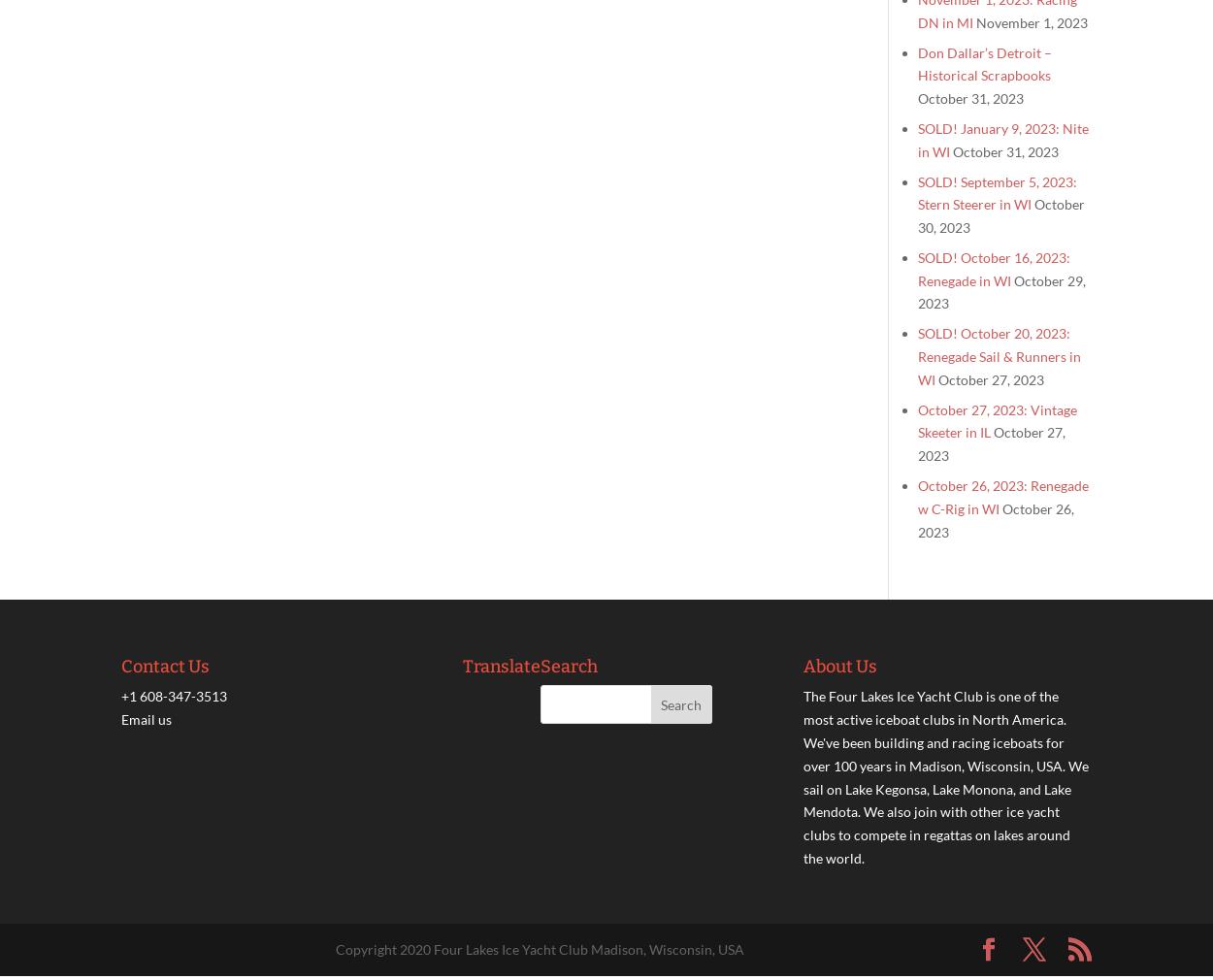 The width and height of the screenshot is (1213, 980). What do you see at coordinates (1001, 291) in the screenshot?
I see `'October 29, 2023'` at bounding box center [1001, 291].